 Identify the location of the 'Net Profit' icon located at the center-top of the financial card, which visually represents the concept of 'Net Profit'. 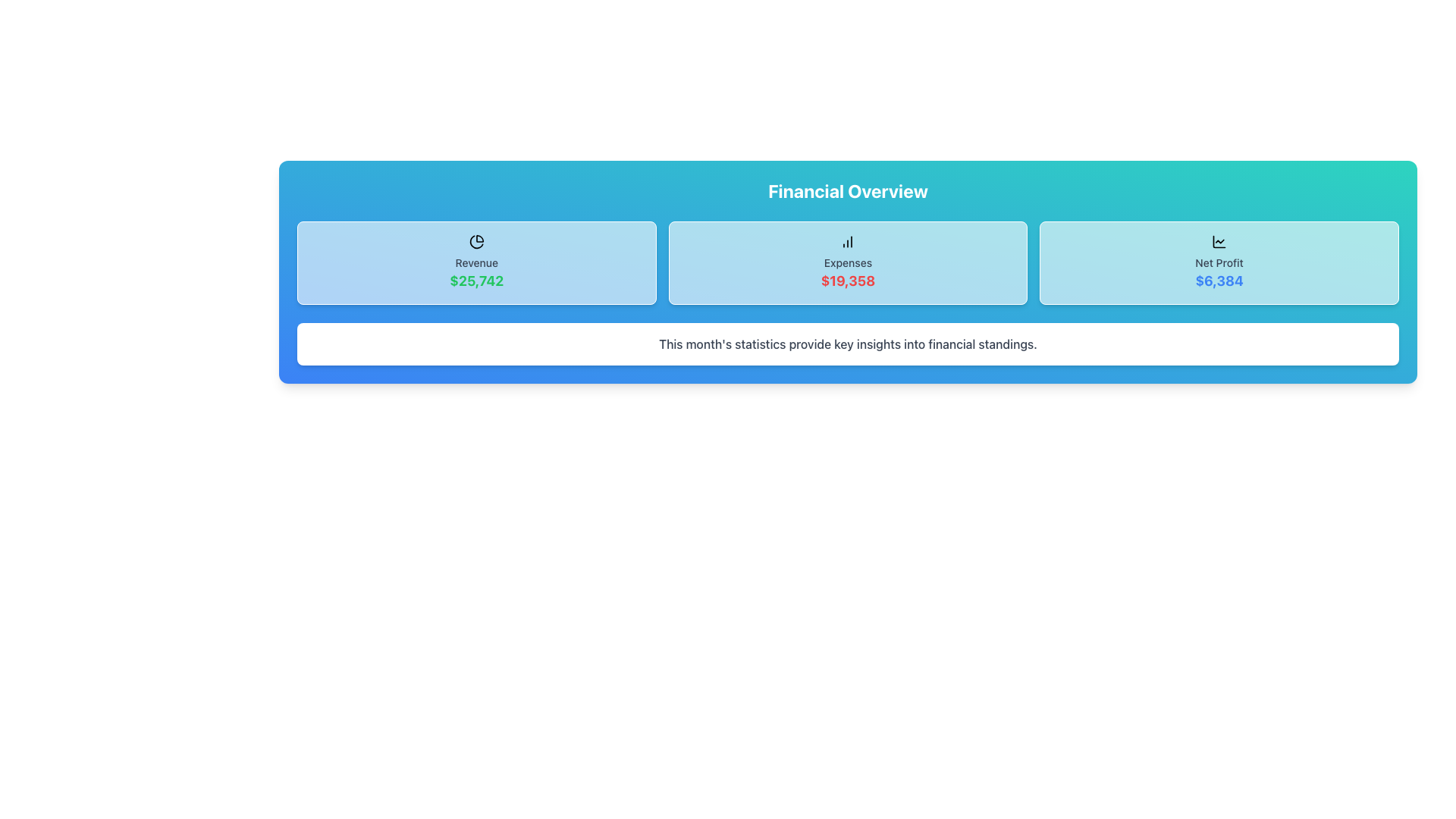
(1219, 241).